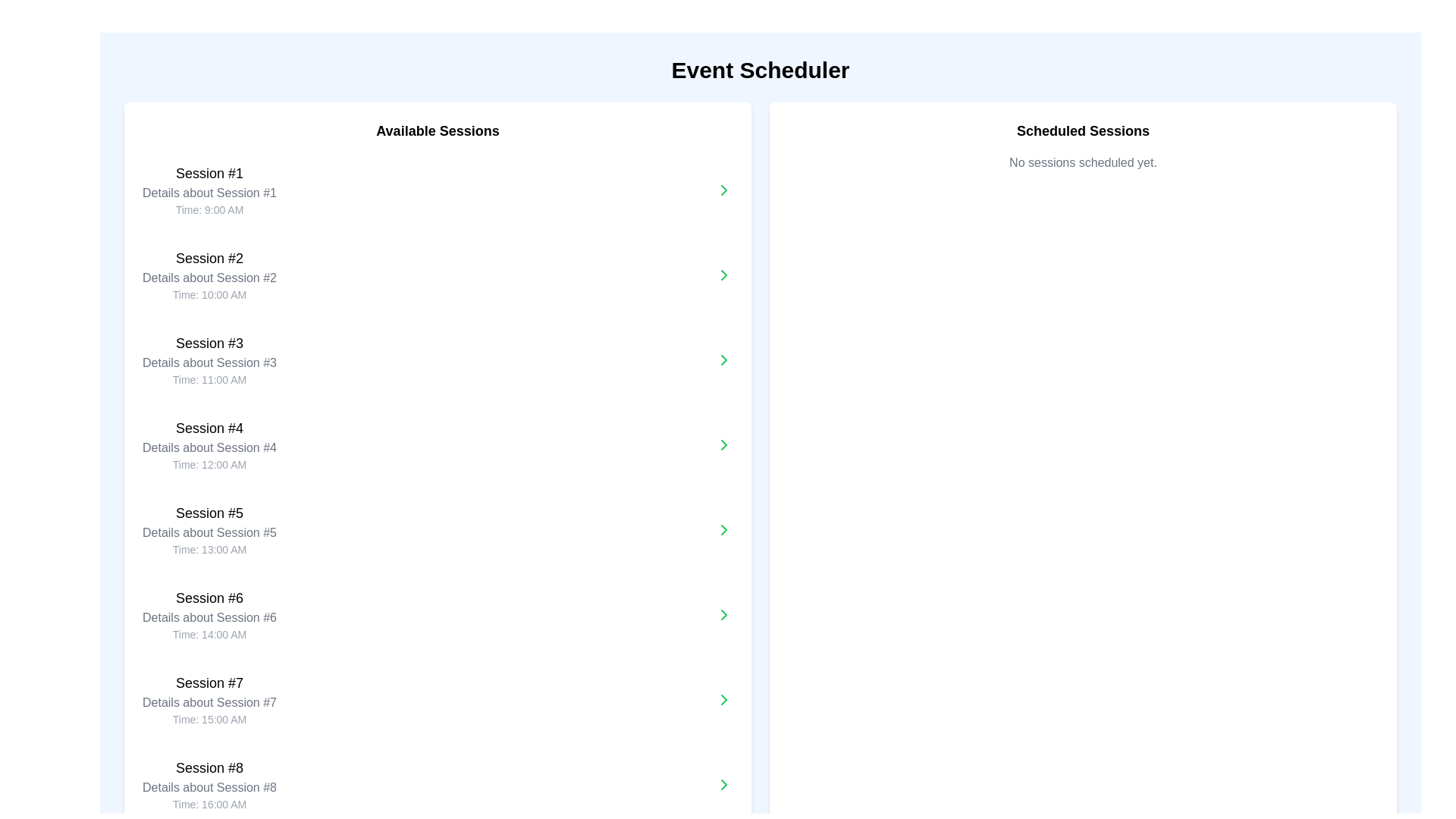 Image resolution: width=1456 pixels, height=819 pixels. What do you see at coordinates (723, 699) in the screenshot?
I see `the chevron icon button on the far right of the 'Session #7' entry` at bounding box center [723, 699].